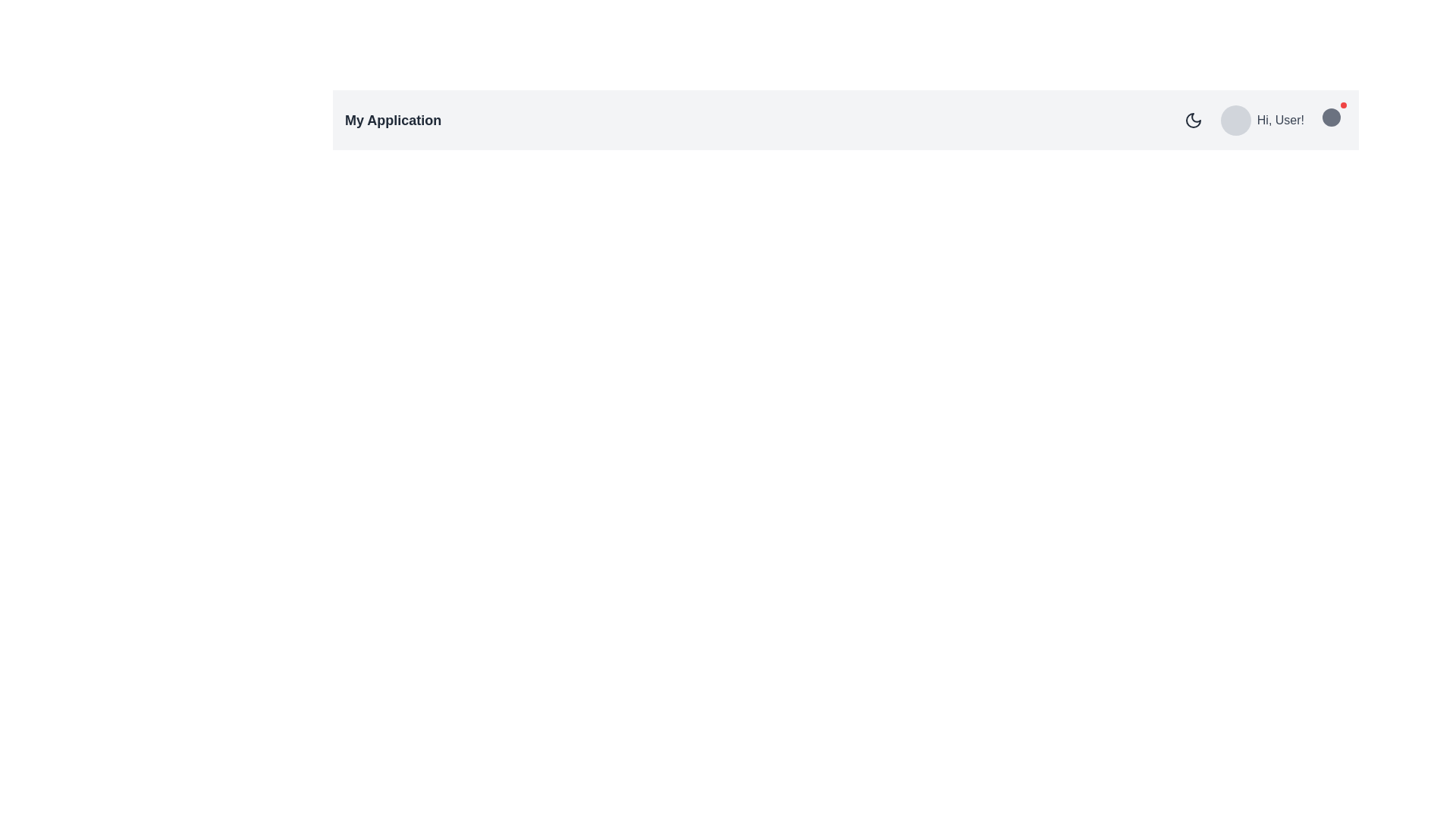  Describe the element at coordinates (393, 119) in the screenshot. I see `the text element displaying 'My Application' in bold sans-serif font, located in the upper-left corner of the header section` at that location.